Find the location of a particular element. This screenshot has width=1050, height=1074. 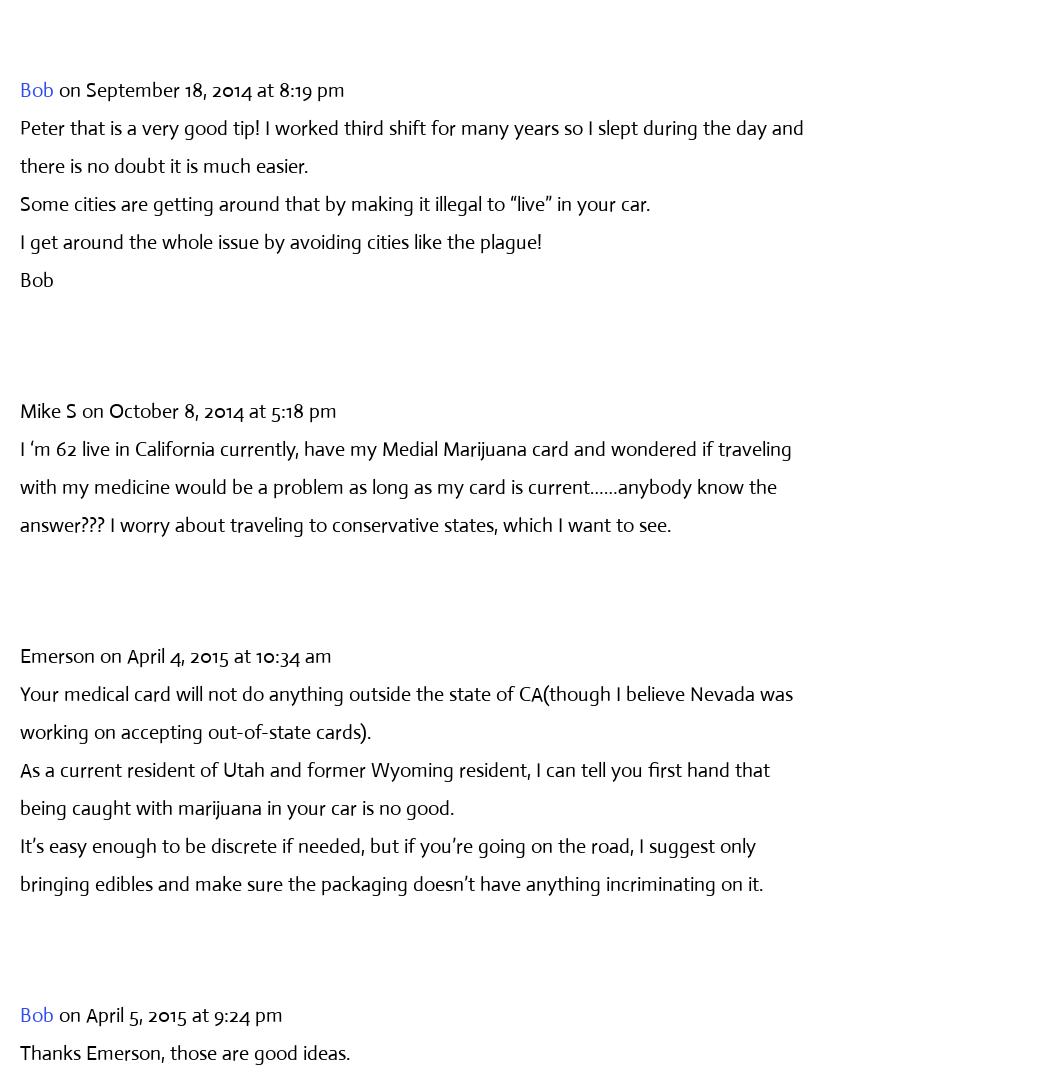

'on April 4, 2015 at 10:34 am' is located at coordinates (214, 654).